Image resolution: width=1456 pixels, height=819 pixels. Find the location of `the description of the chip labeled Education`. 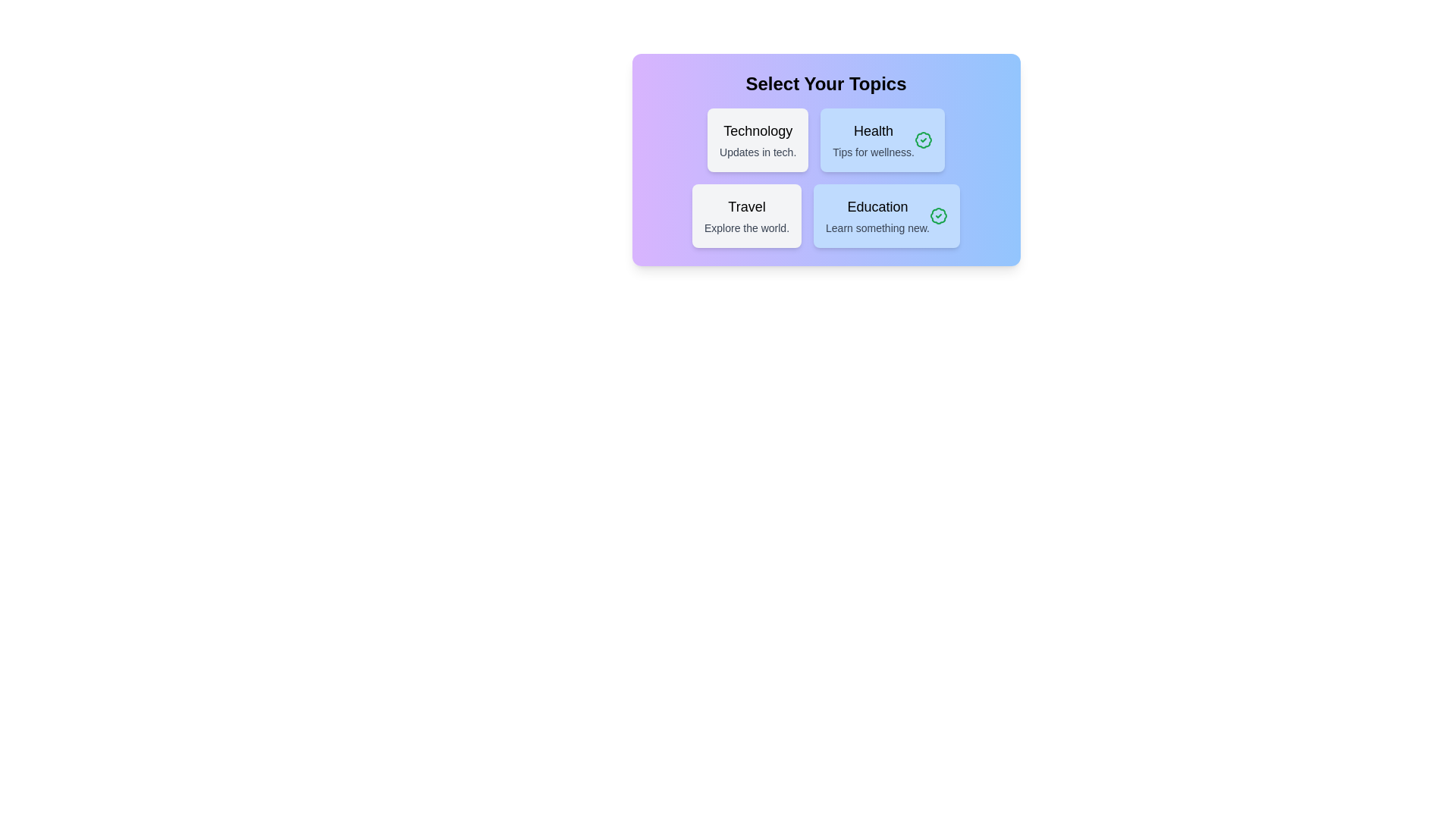

the description of the chip labeled Education is located at coordinates (886, 216).